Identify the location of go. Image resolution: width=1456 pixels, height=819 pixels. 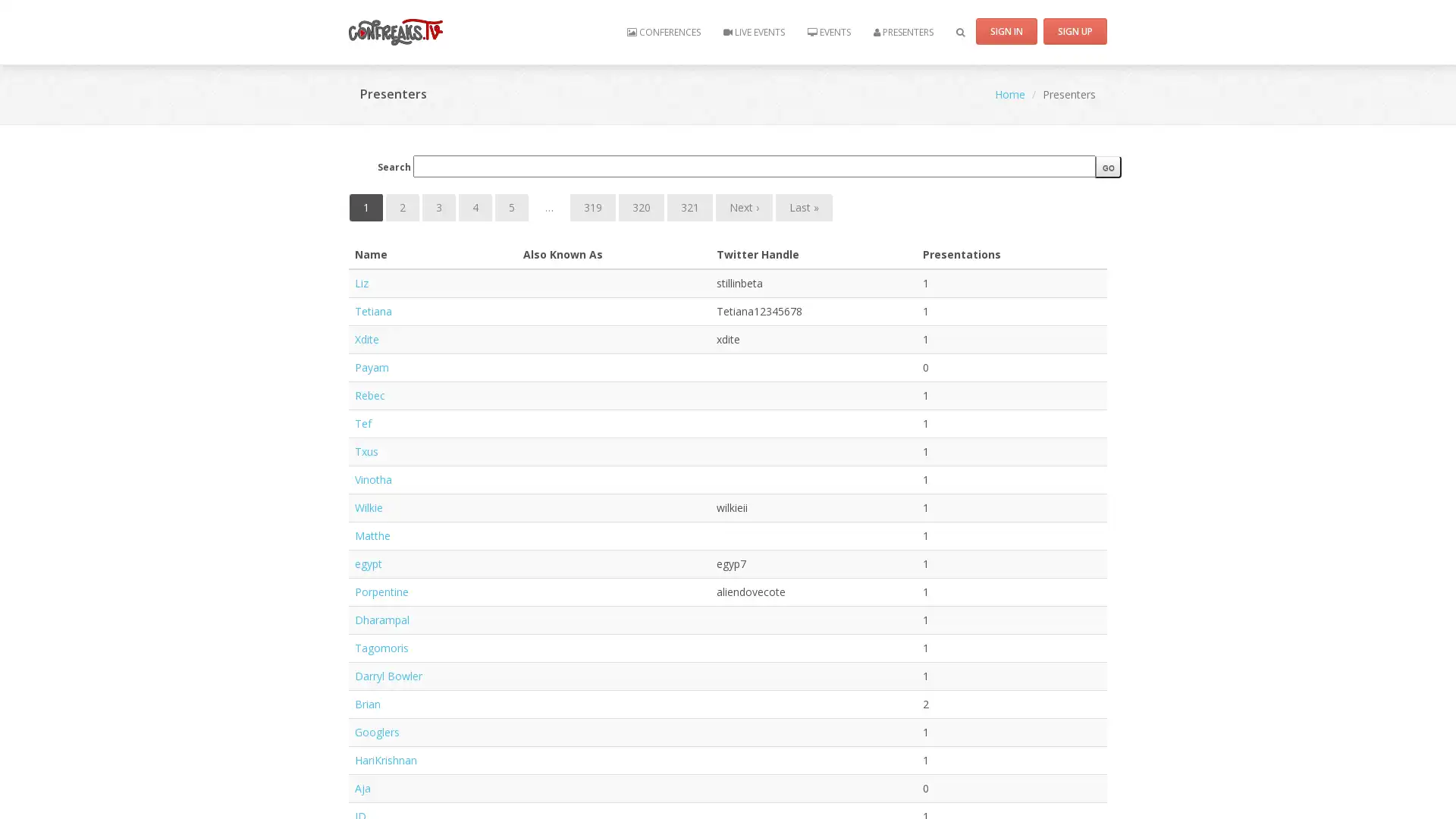
(1108, 167).